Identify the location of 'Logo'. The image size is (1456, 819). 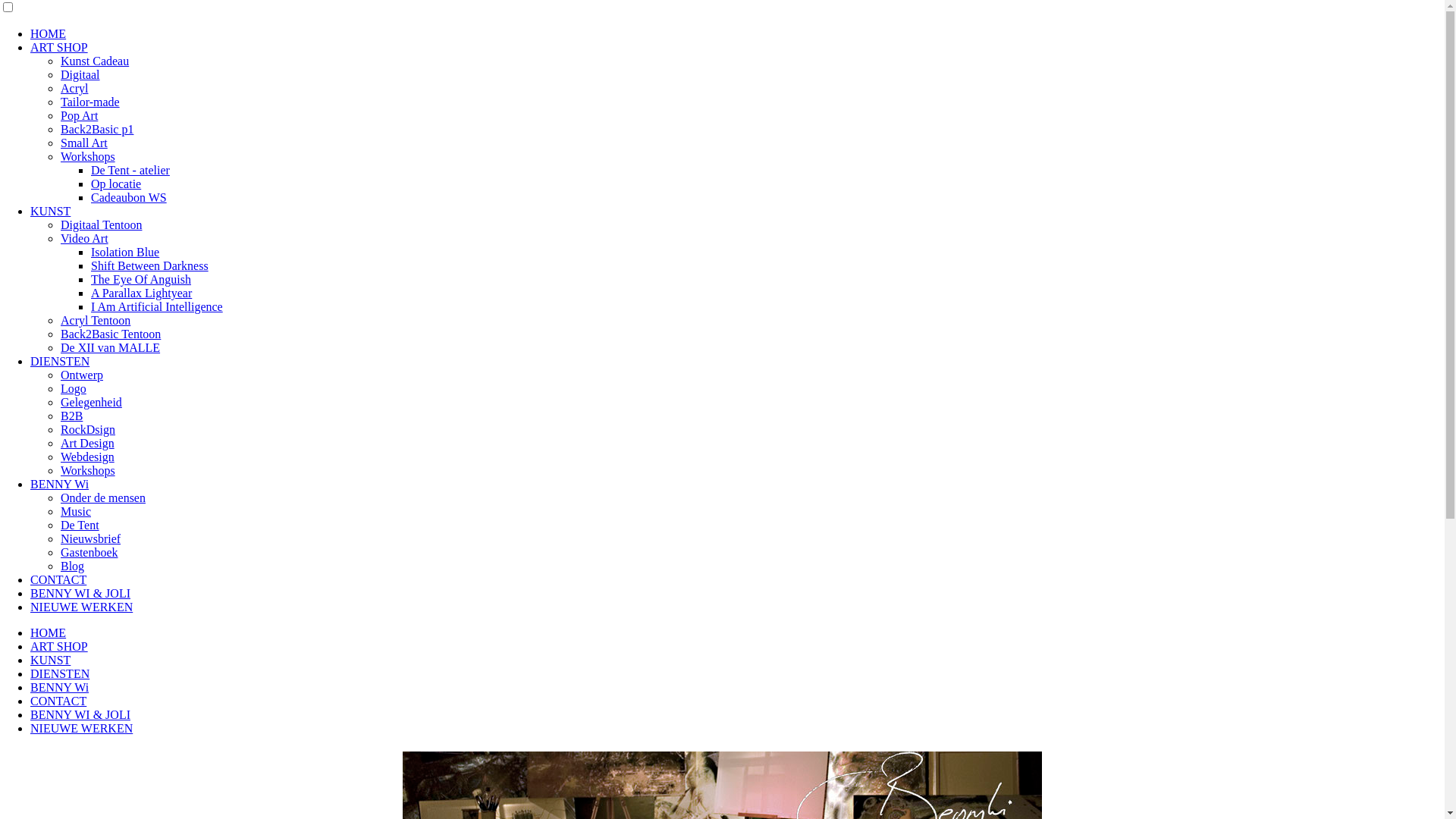
(72, 388).